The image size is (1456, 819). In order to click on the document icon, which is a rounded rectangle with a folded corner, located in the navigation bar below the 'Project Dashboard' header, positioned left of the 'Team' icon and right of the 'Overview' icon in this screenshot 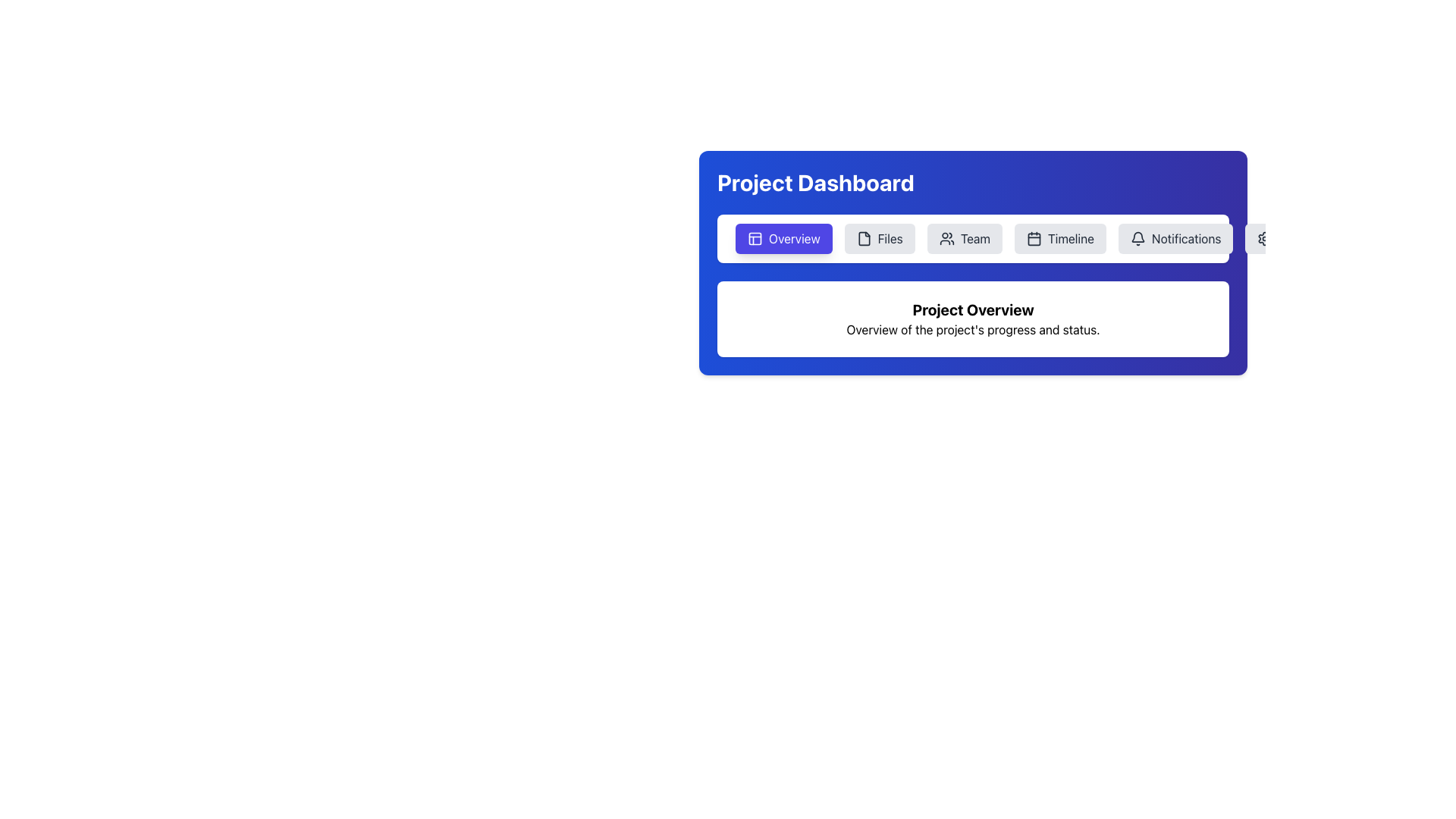, I will do `click(864, 239)`.